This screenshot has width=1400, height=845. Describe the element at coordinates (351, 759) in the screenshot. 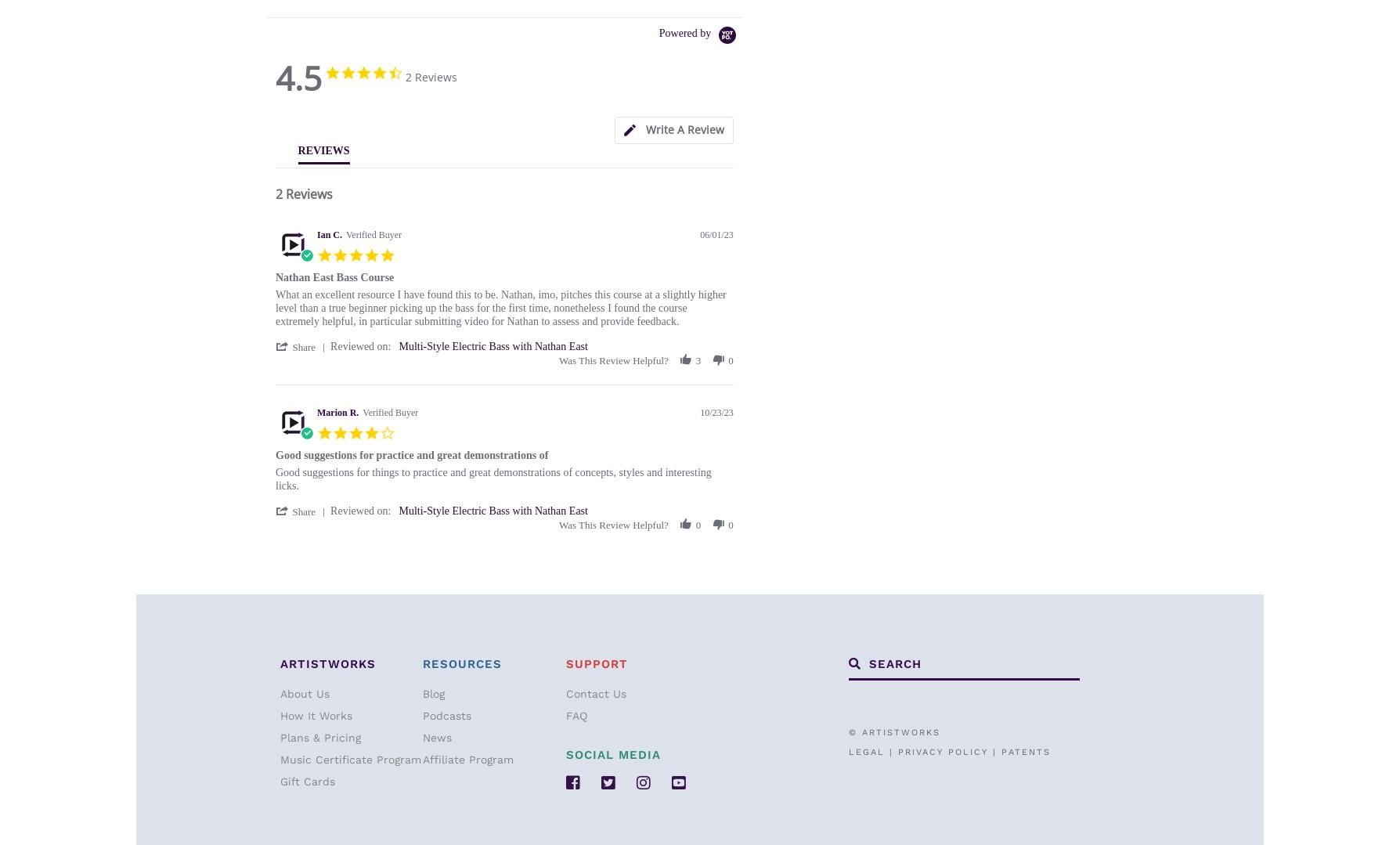

I see `'Music Certificate Program'` at that location.